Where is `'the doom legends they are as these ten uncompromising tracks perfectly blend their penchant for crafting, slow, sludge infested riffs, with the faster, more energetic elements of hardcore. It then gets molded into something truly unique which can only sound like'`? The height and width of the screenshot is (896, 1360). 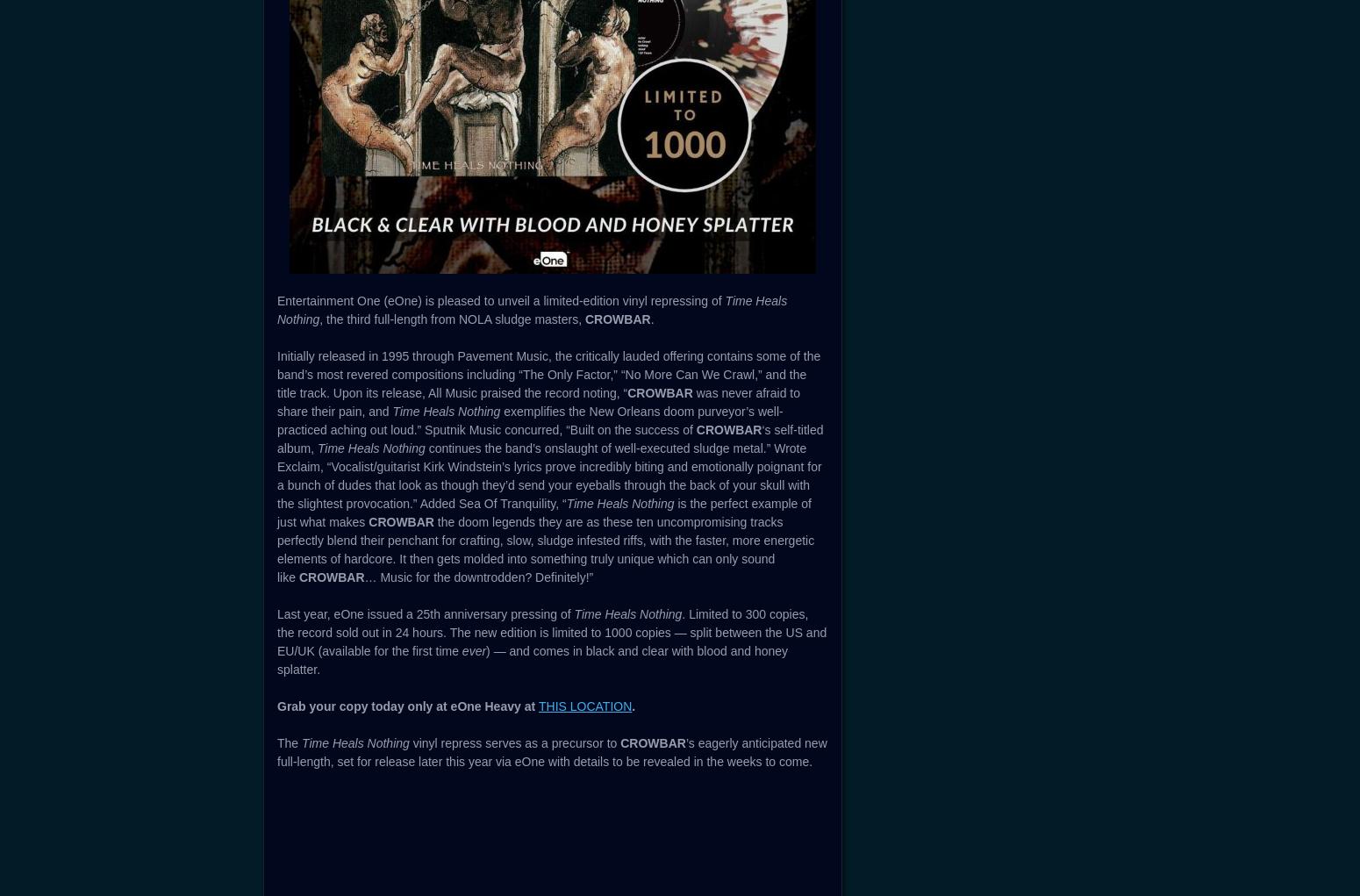 'the doom legends they are as these ten uncompromising tracks perfectly blend their penchant for crafting, slow, sludge infested riffs, with the faster, more energetic elements of hardcore. It then gets molded into something truly unique which can only sound like' is located at coordinates (276, 549).